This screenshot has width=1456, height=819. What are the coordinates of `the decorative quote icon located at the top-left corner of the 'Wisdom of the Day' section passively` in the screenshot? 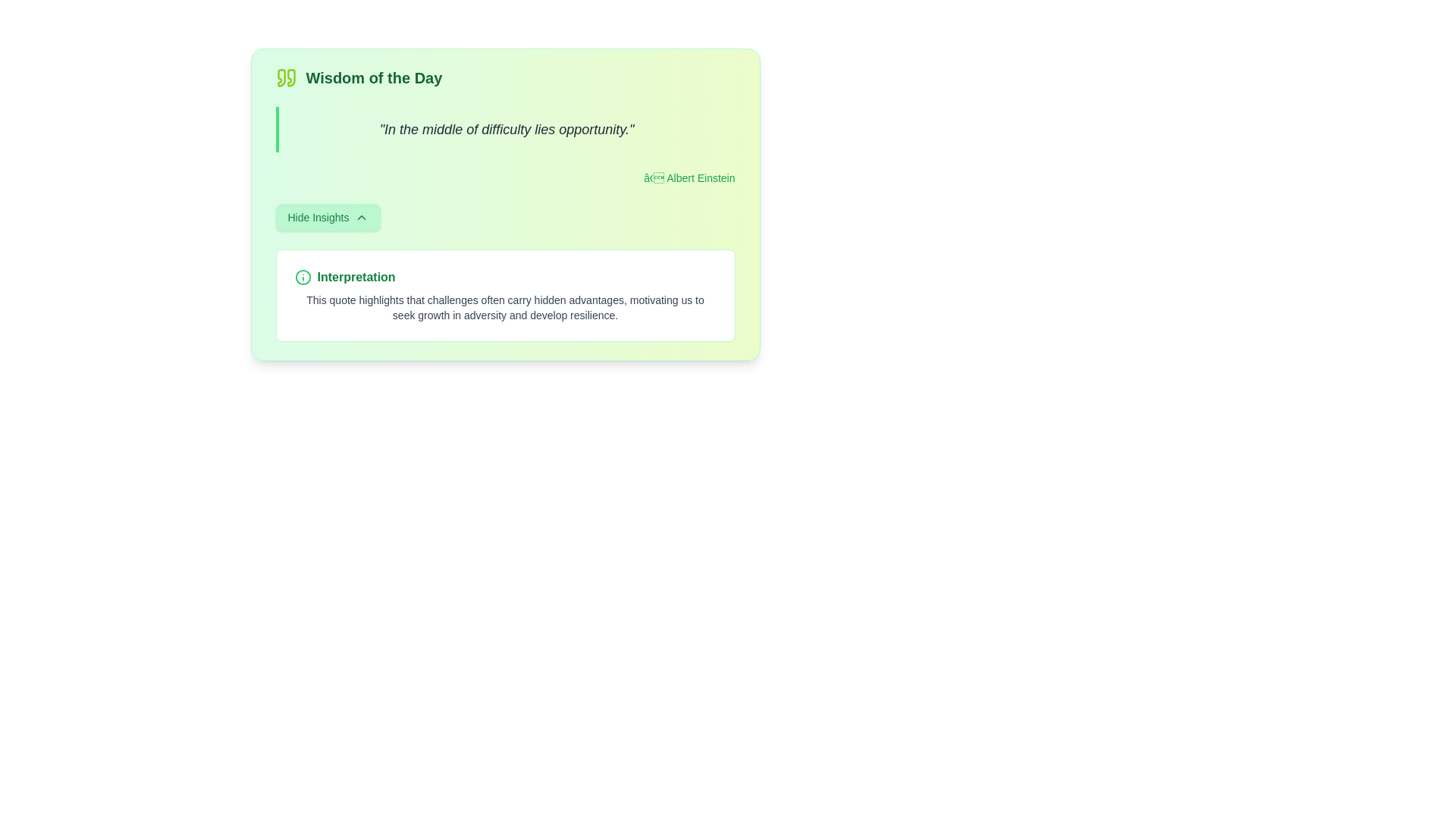 It's located at (286, 78).